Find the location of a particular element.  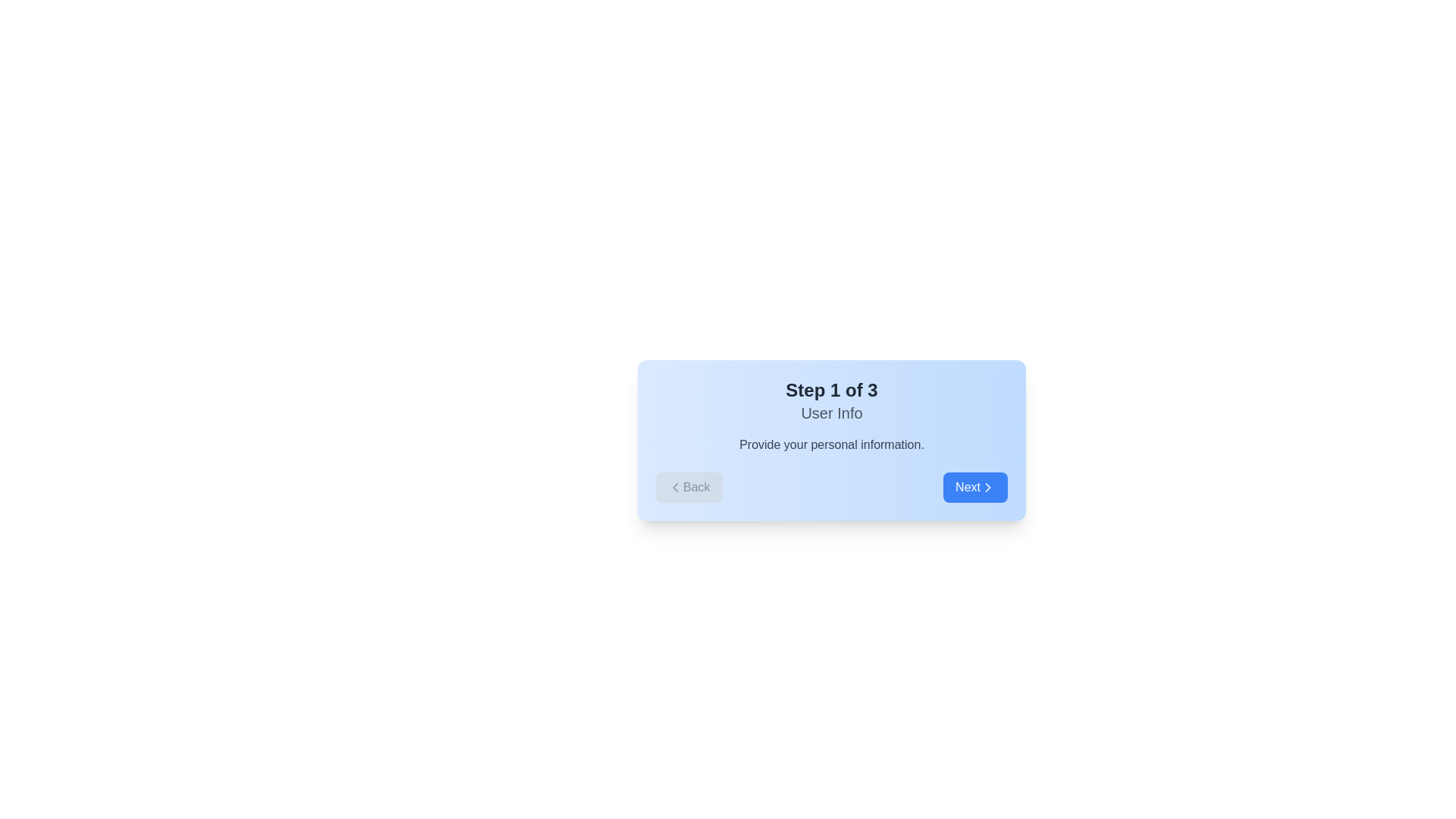

the Chevron Icon located to the right of the 'Next' button, which indicates forward navigation in a multi-step process is located at coordinates (987, 488).